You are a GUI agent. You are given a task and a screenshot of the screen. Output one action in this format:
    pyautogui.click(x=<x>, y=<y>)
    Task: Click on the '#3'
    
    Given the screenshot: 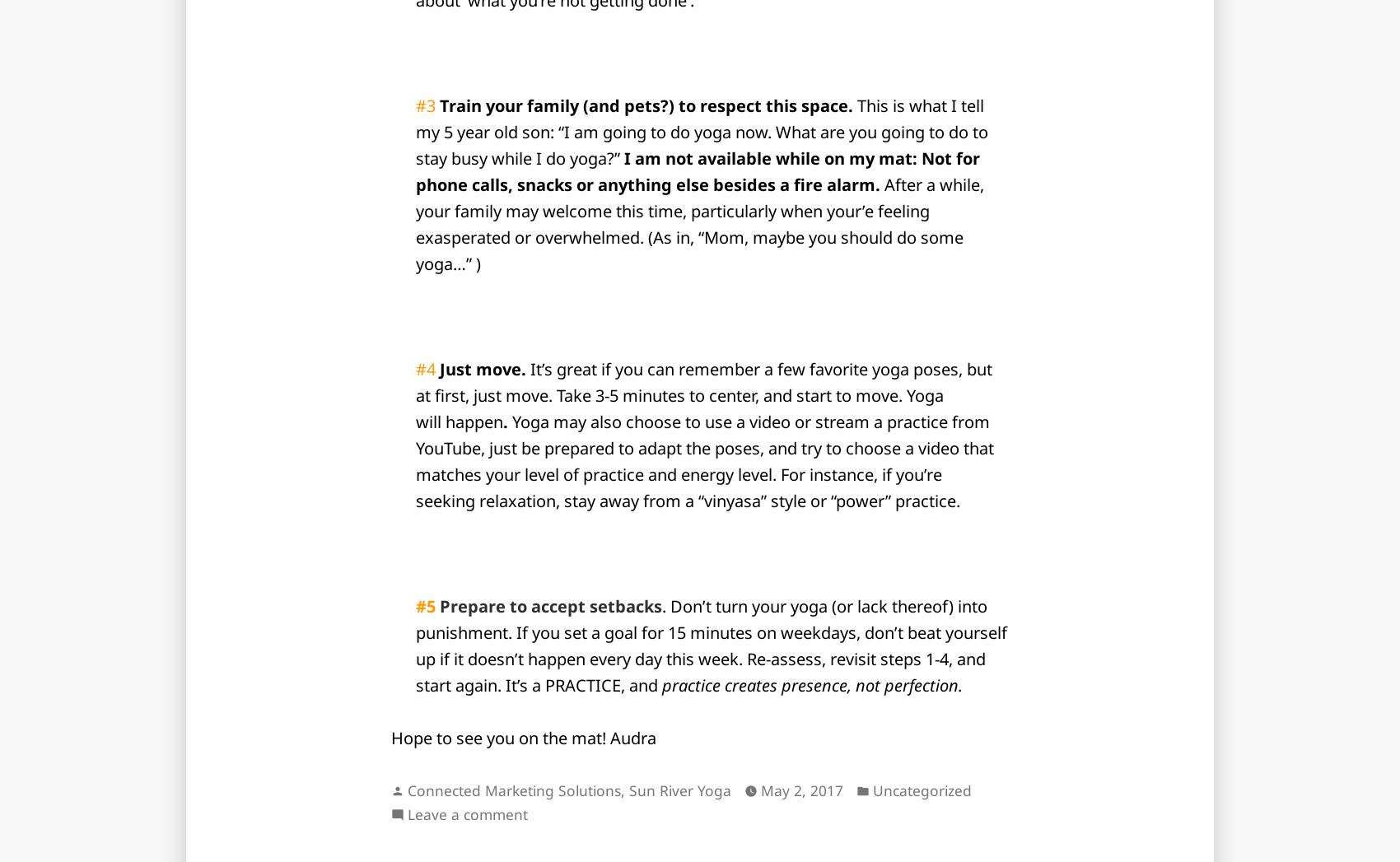 What is the action you would take?
    pyautogui.click(x=427, y=105)
    